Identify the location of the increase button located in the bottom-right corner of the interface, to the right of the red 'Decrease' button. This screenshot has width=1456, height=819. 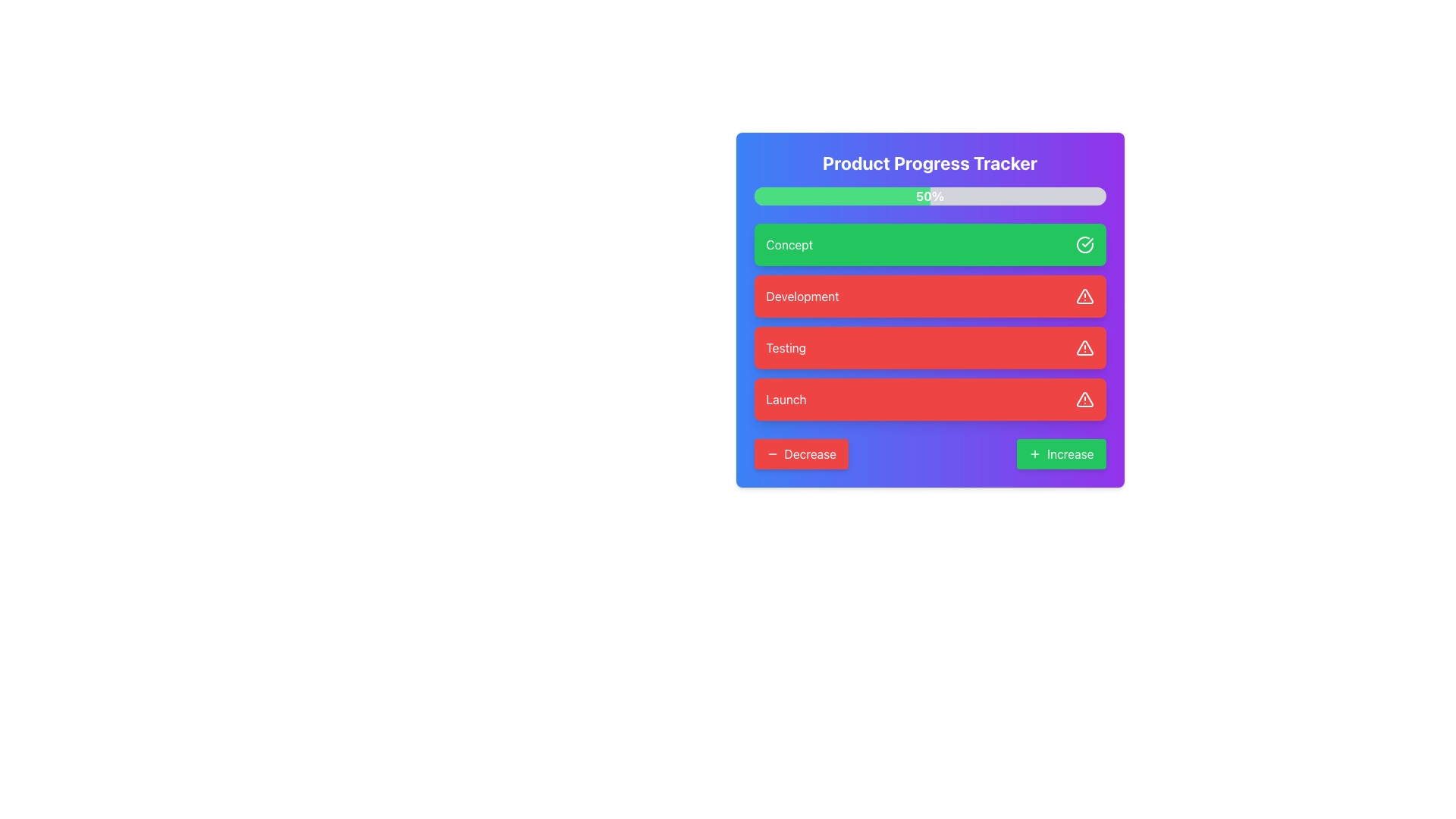
(1060, 453).